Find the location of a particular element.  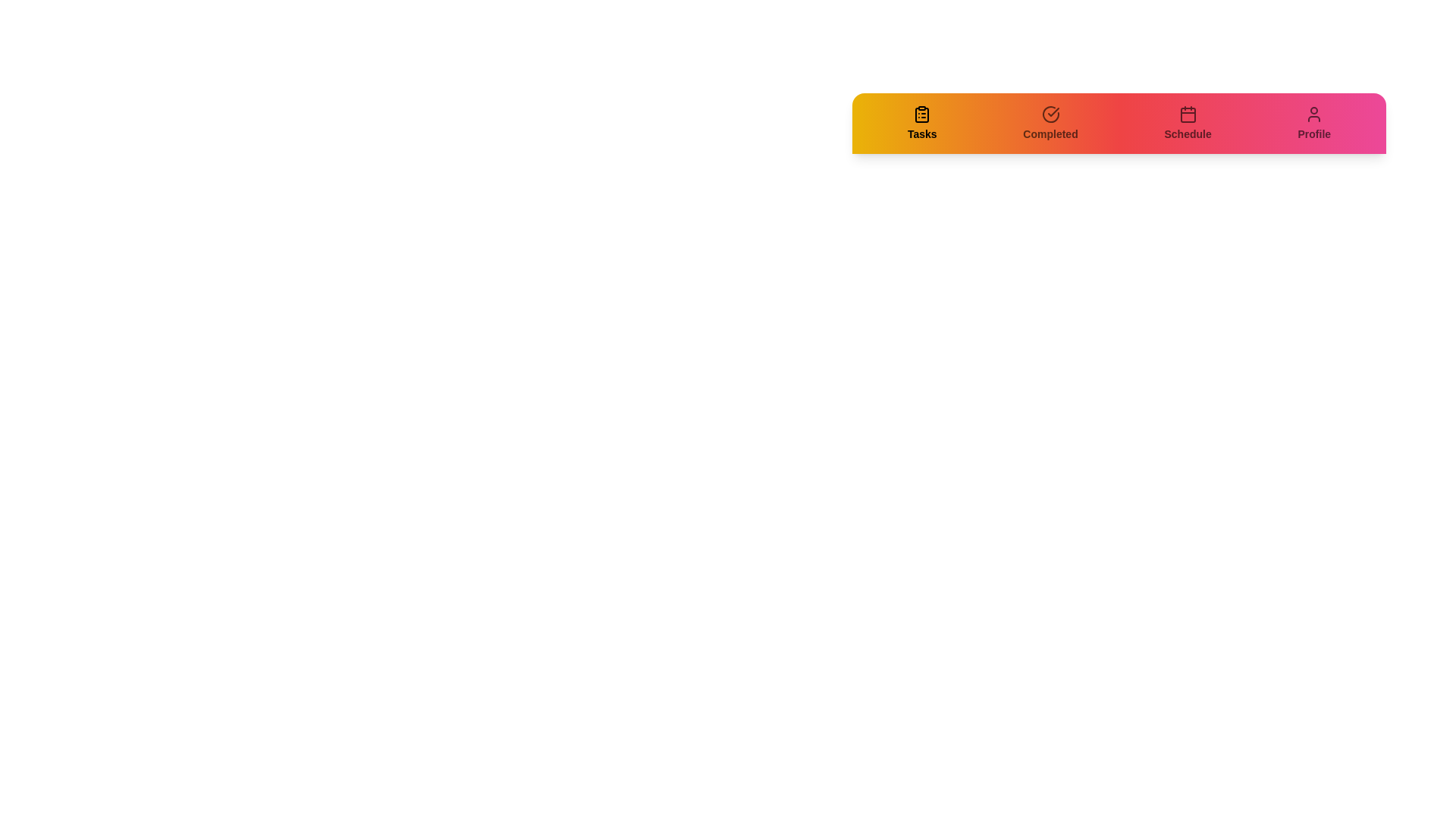

the tab labeled Completed to navigate to its respective section is located at coordinates (1050, 122).